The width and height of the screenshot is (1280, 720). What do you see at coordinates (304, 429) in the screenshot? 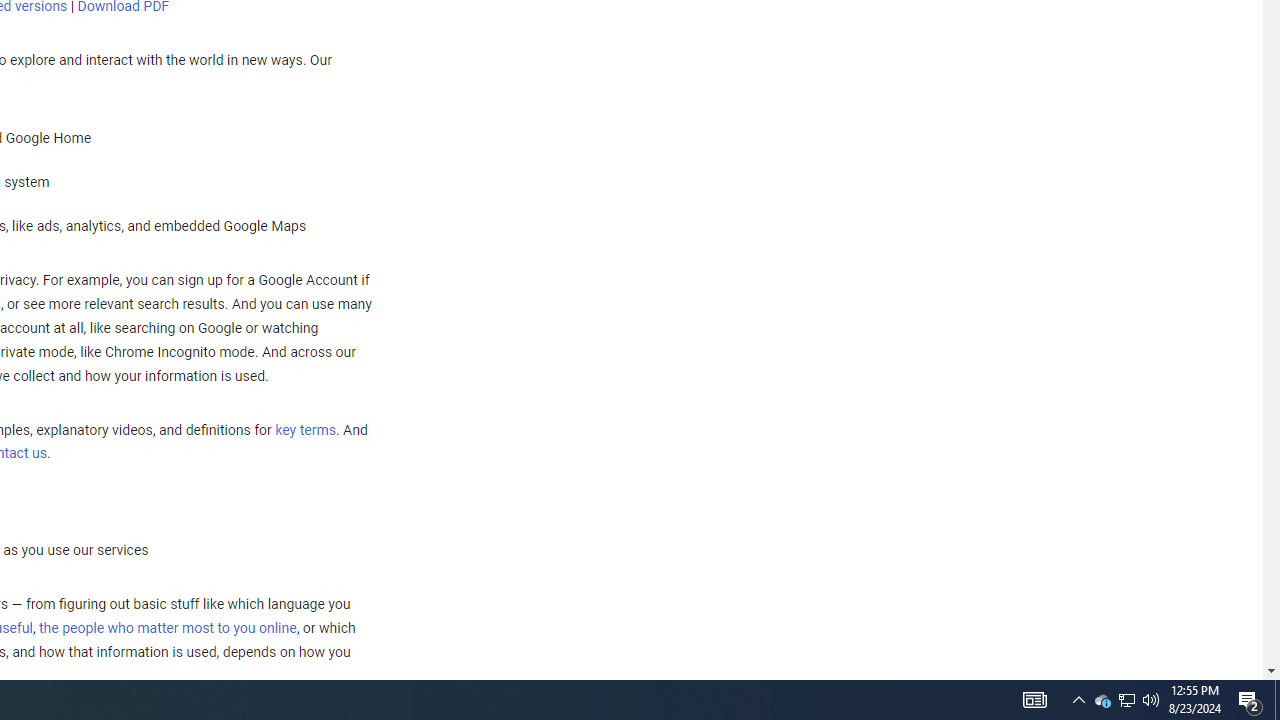
I see `'key terms'` at bounding box center [304, 429].